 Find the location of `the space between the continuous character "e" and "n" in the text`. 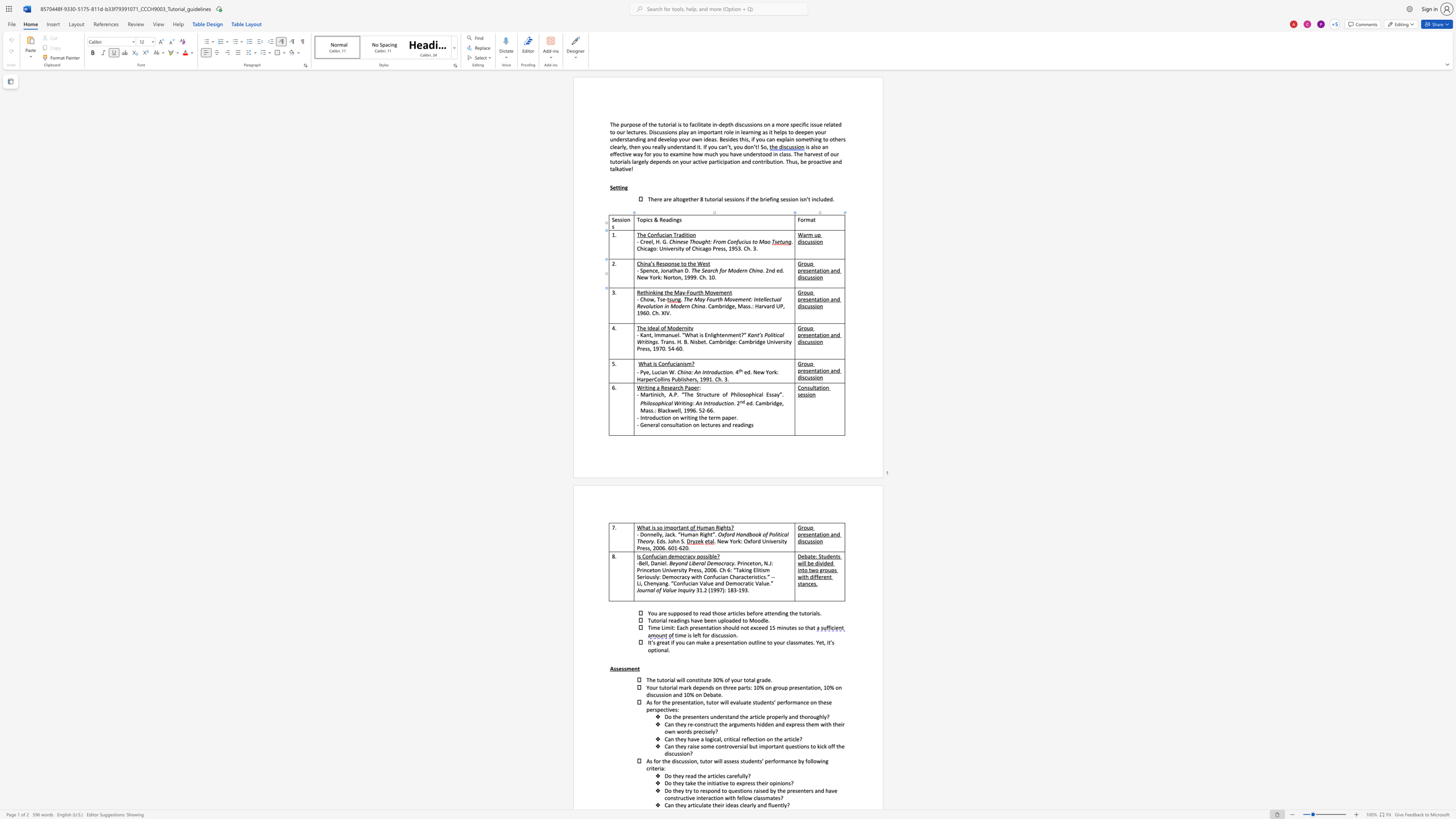

the space between the continuous character "e" and "n" in the text is located at coordinates (726, 292).